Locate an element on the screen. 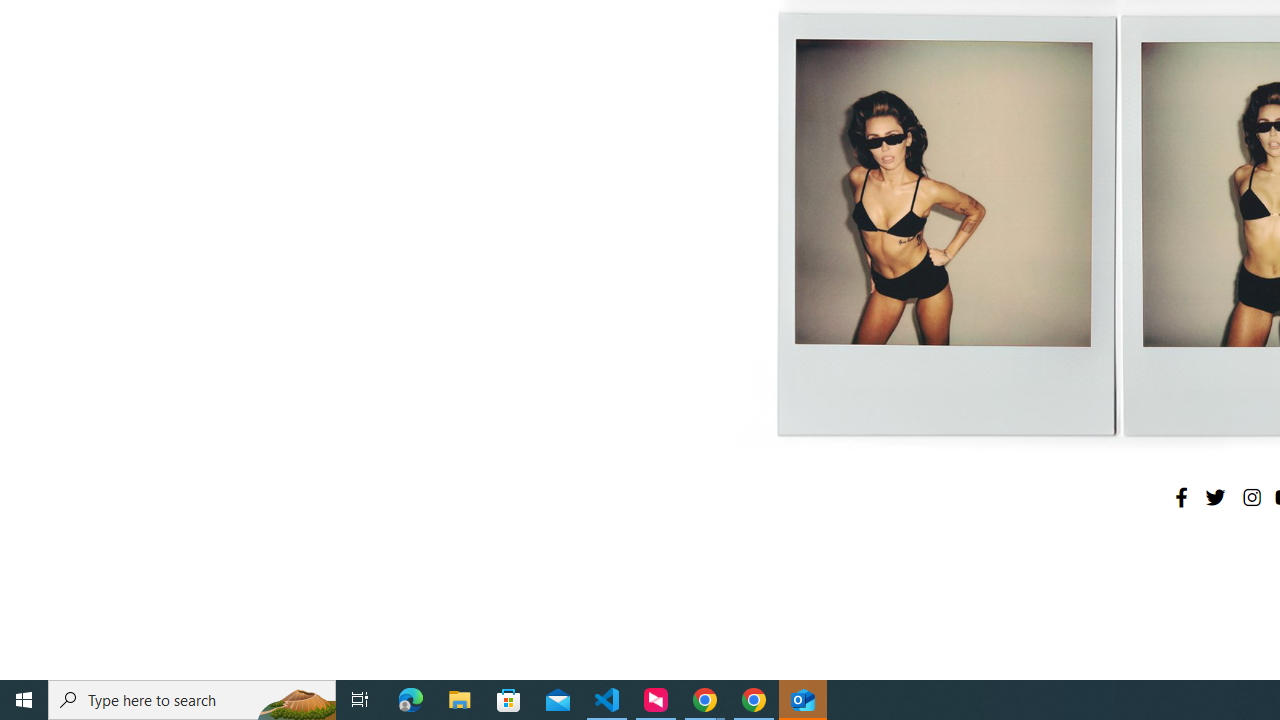 This screenshot has width=1280, height=720. 'Facebook' is located at coordinates (1181, 496).